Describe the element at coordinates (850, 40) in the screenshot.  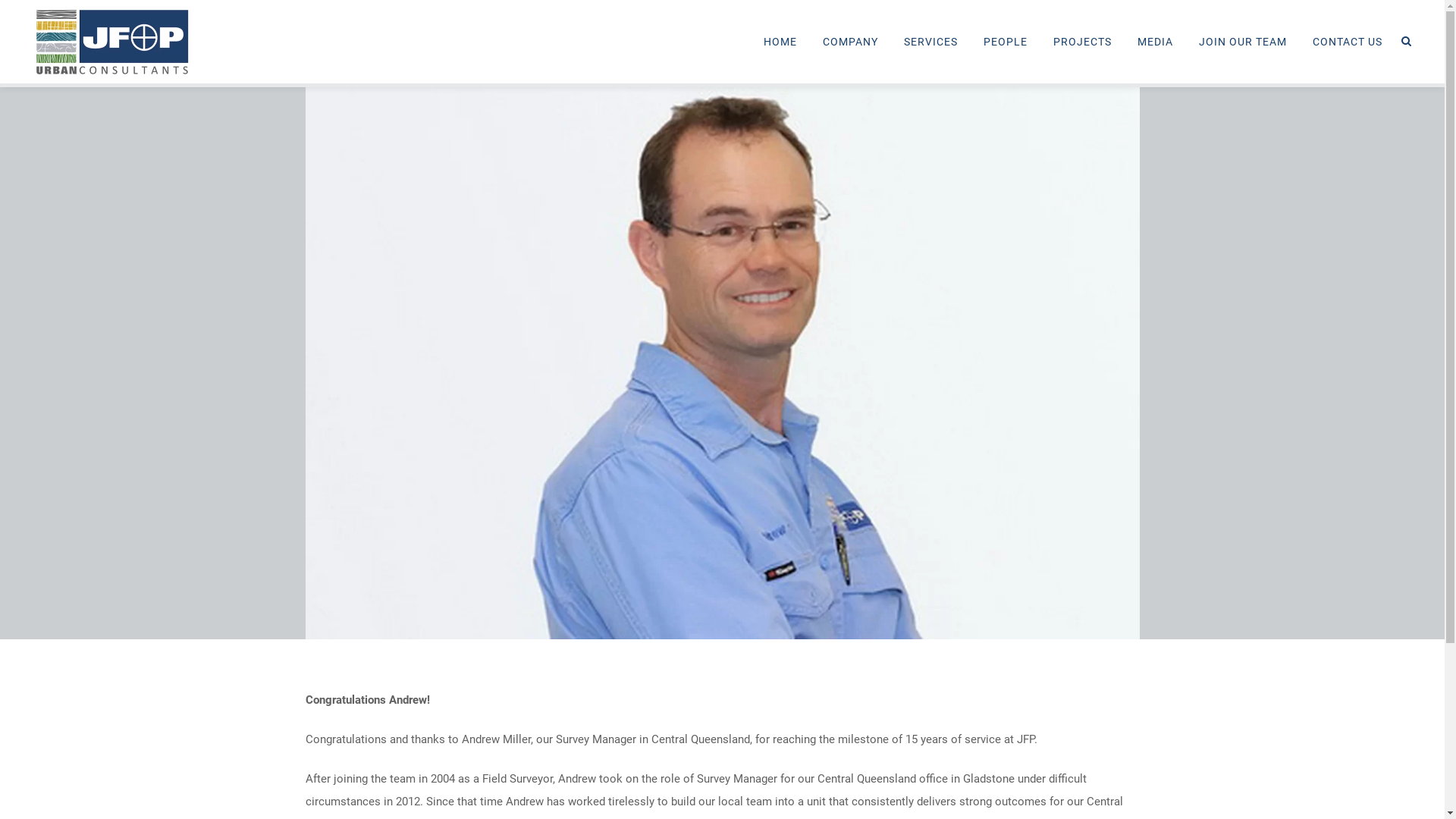
I see `'COMPANY'` at that location.